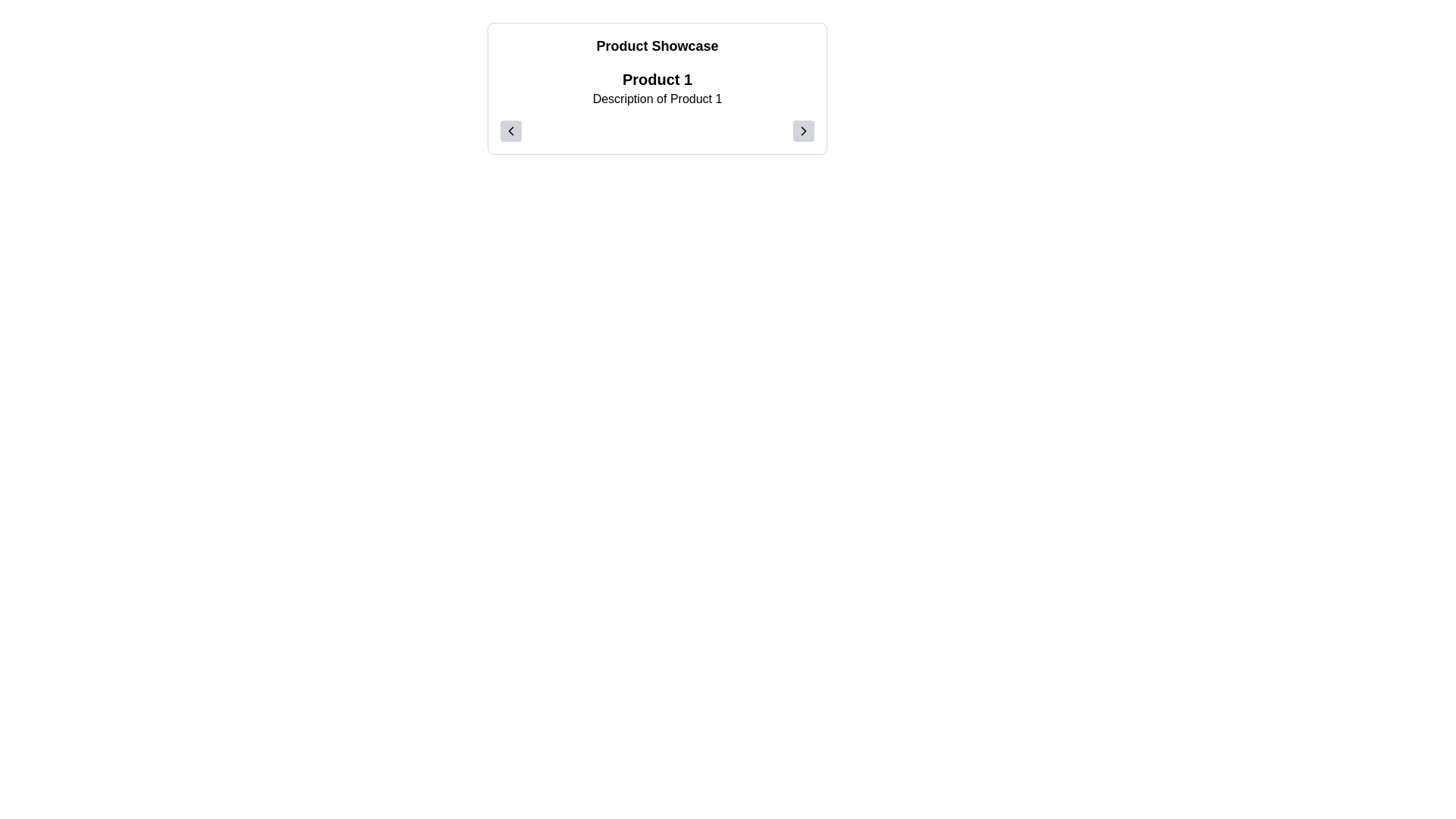  I want to click on the small, square-shaped button with a light gray background and a black left-pointing chevron icon, so click(510, 130).